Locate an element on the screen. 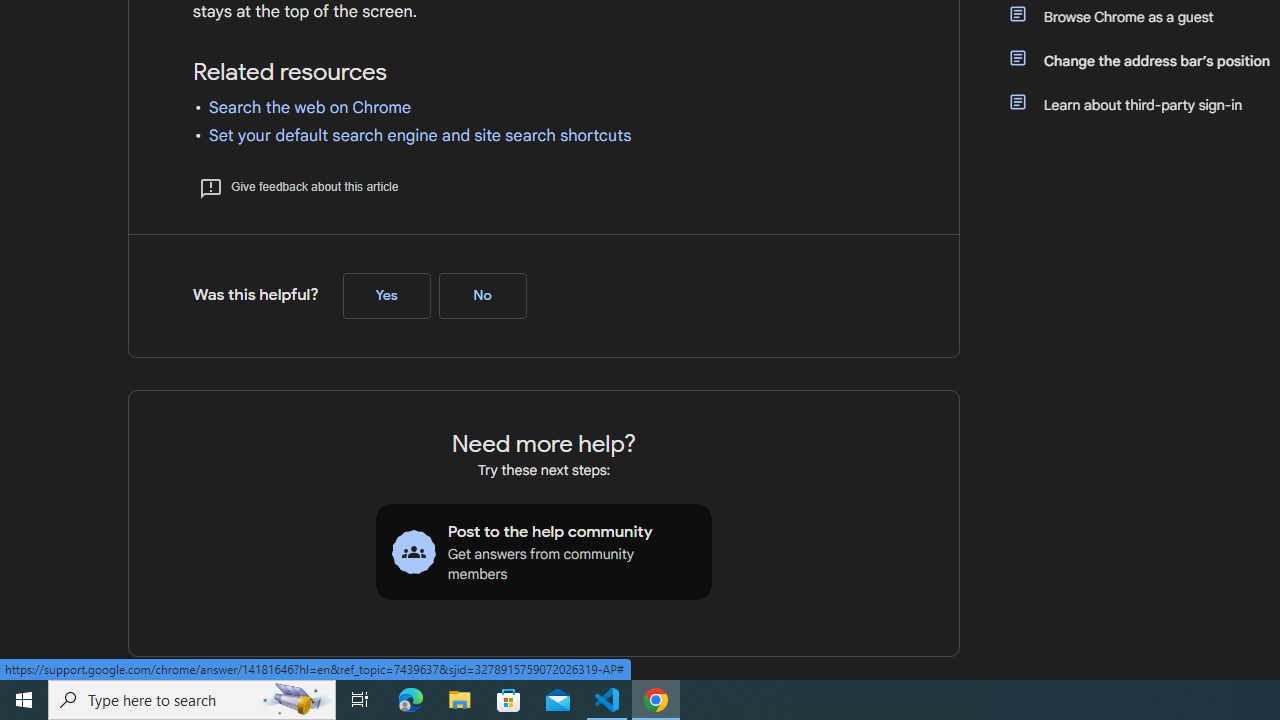  'Give feedback about this article' is located at coordinates (297, 186).